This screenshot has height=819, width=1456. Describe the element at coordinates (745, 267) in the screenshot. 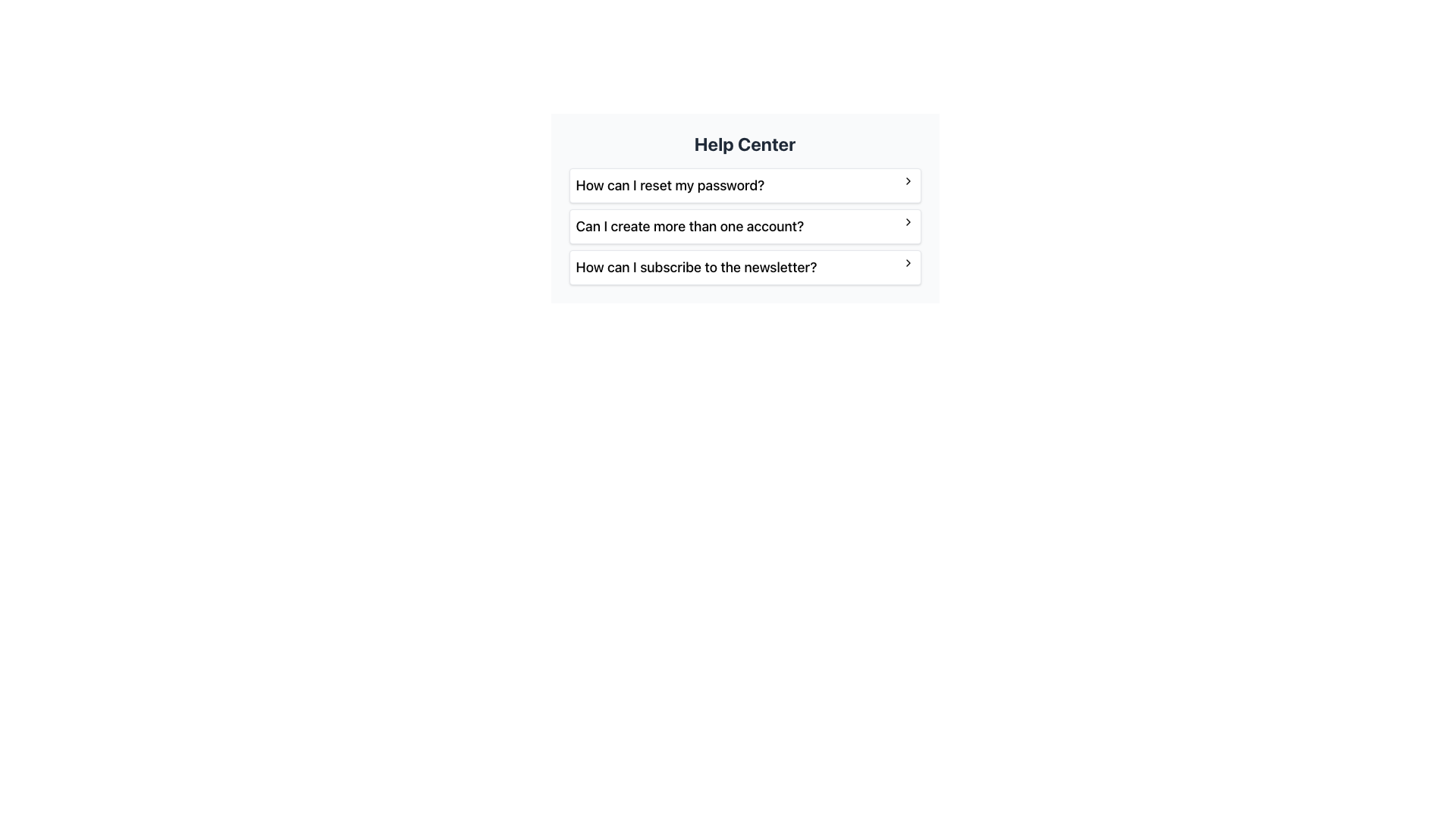

I see `the third item in the vertically stacked list of FAQ entries under the 'Help Center' header` at that location.